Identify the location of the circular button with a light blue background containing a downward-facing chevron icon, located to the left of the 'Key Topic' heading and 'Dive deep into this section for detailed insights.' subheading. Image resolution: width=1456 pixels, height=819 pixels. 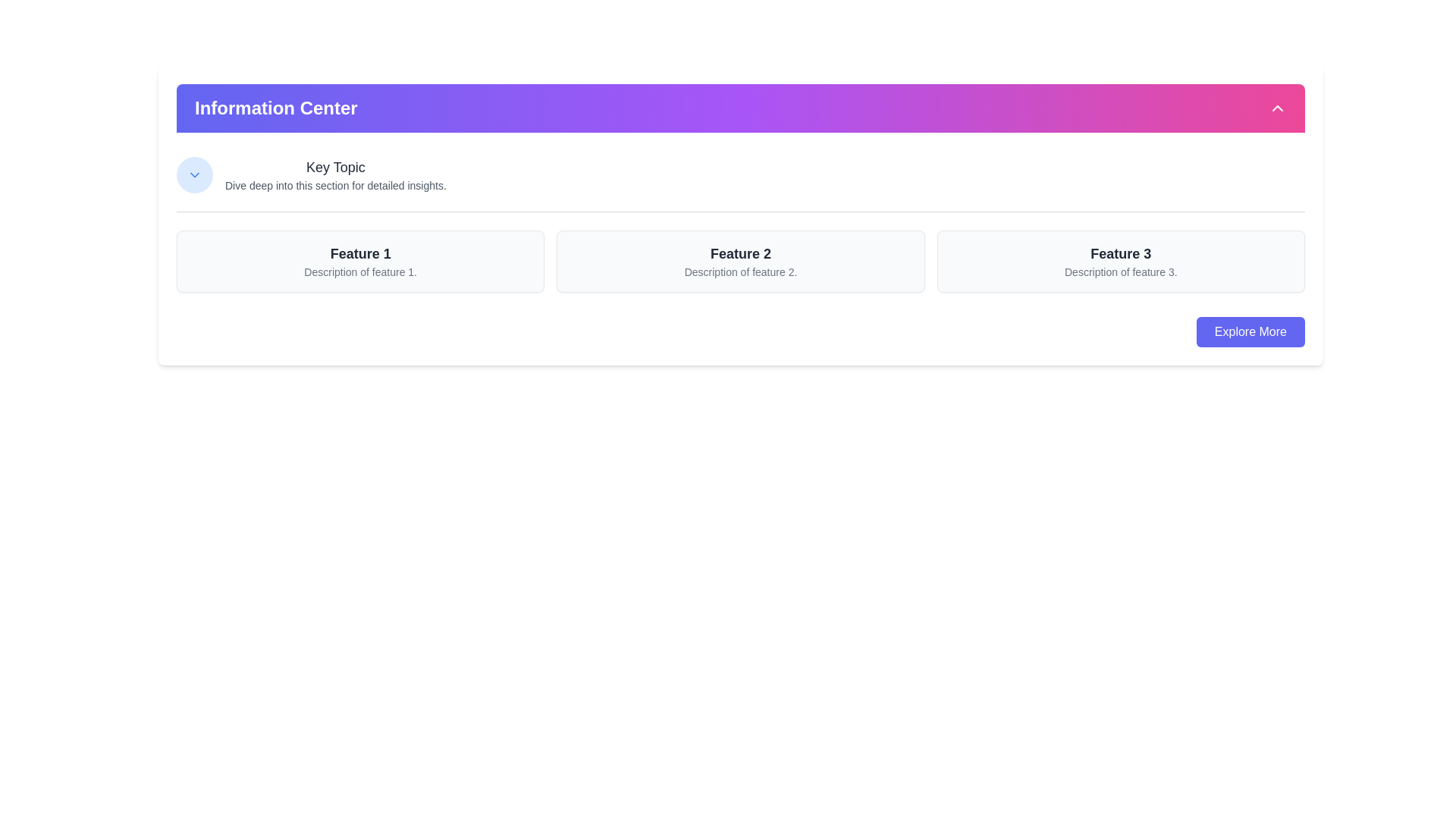
(194, 174).